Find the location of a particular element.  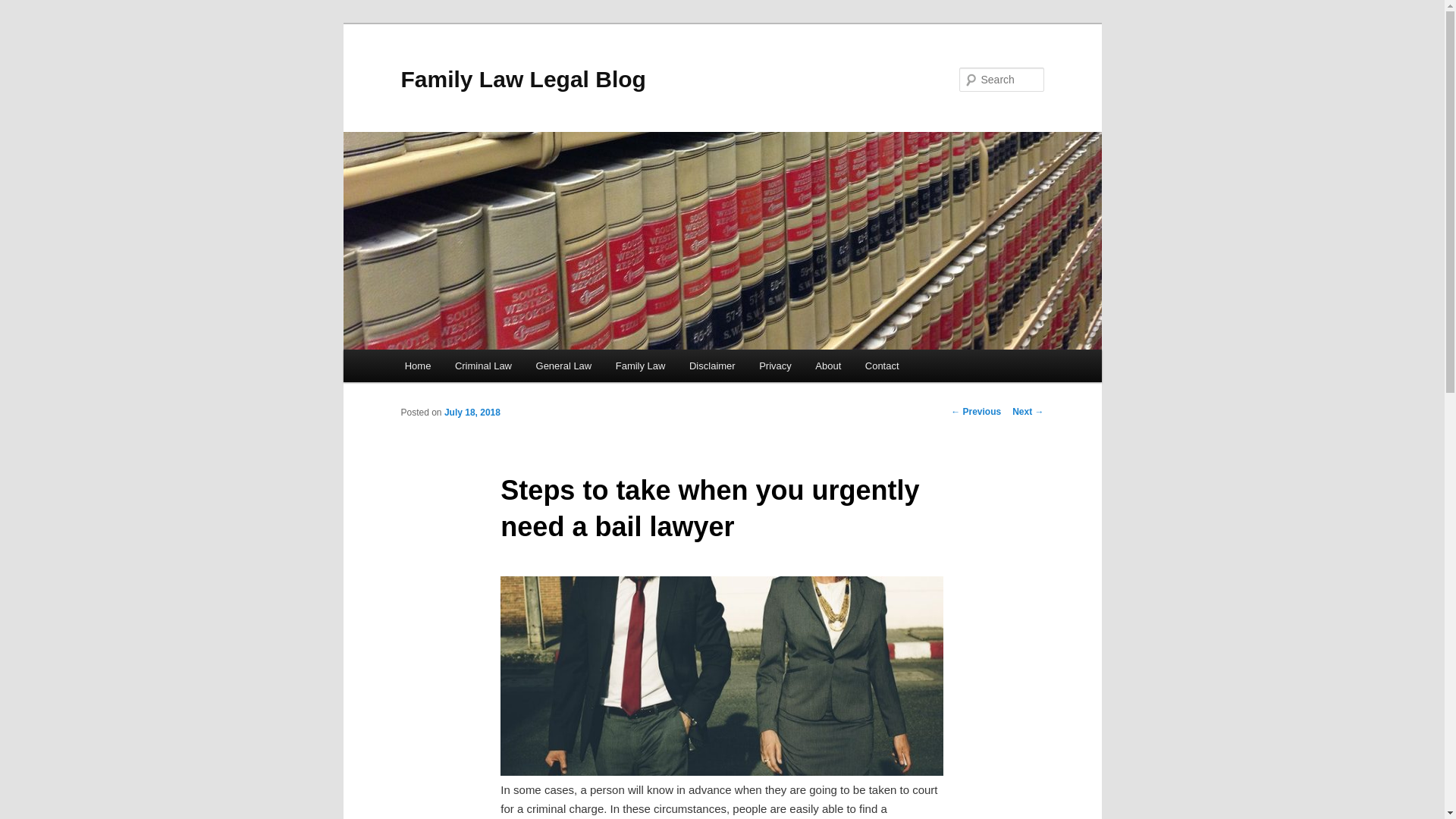

'Criminal Law' is located at coordinates (482, 366).